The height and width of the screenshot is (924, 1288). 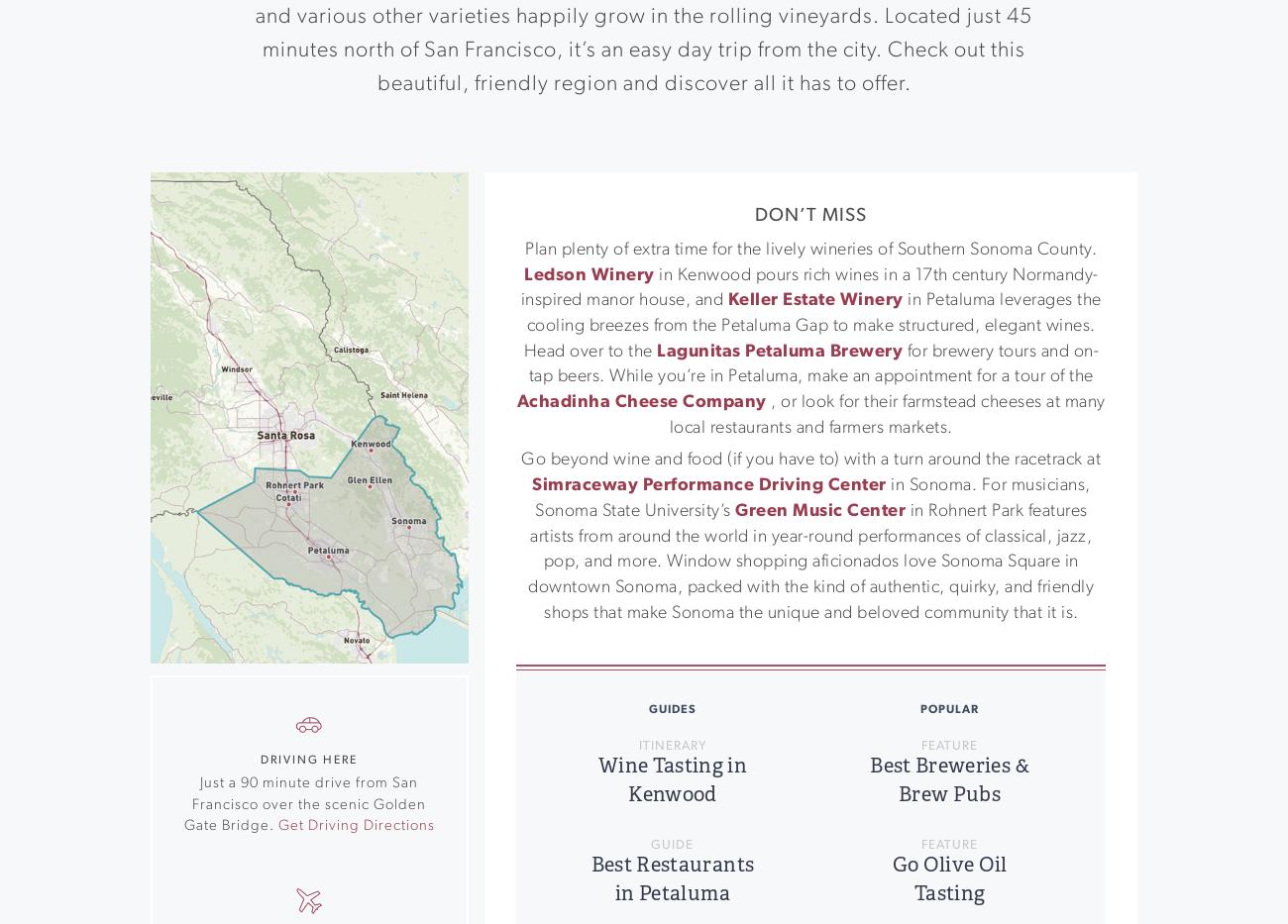 I want to click on 'Located one hour north of San Francisco, family-friendly Rohnert Park is in Southern Sonoma County. The town is home to diverse culinary offerings, boutique shops and galleries, and an assortment of fun-loving activities for the whole family.', so click(x=161, y=100).